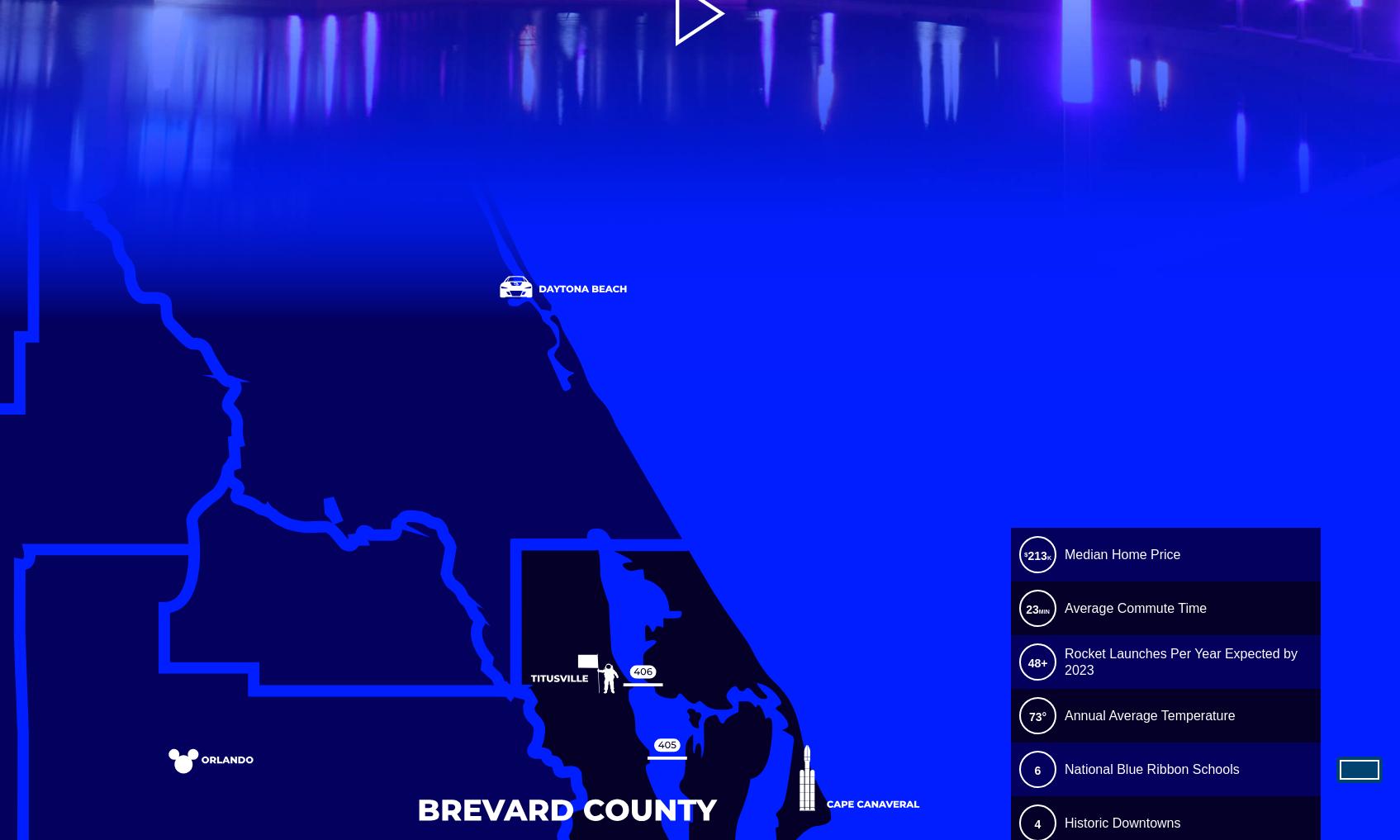 This screenshot has width=1400, height=840. What do you see at coordinates (1122, 823) in the screenshot?
I see `'Historic Downtowns'` at bounding box center [1122, 823].